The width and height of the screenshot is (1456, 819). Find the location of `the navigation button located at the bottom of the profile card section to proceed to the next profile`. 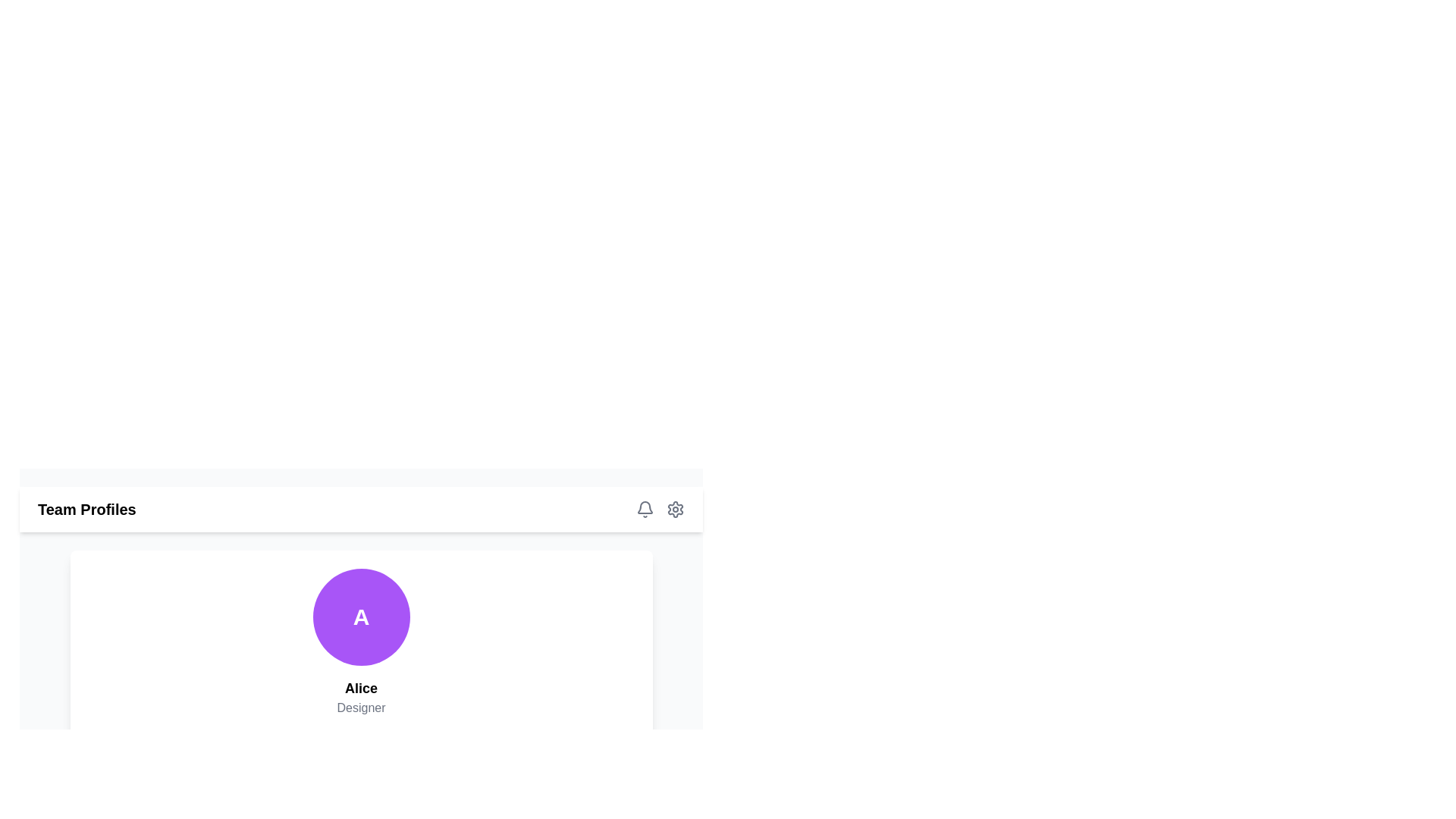

the navigation button located at the bottom of the profile card section to proceed to the next profile is located at coordinates (360, 751).